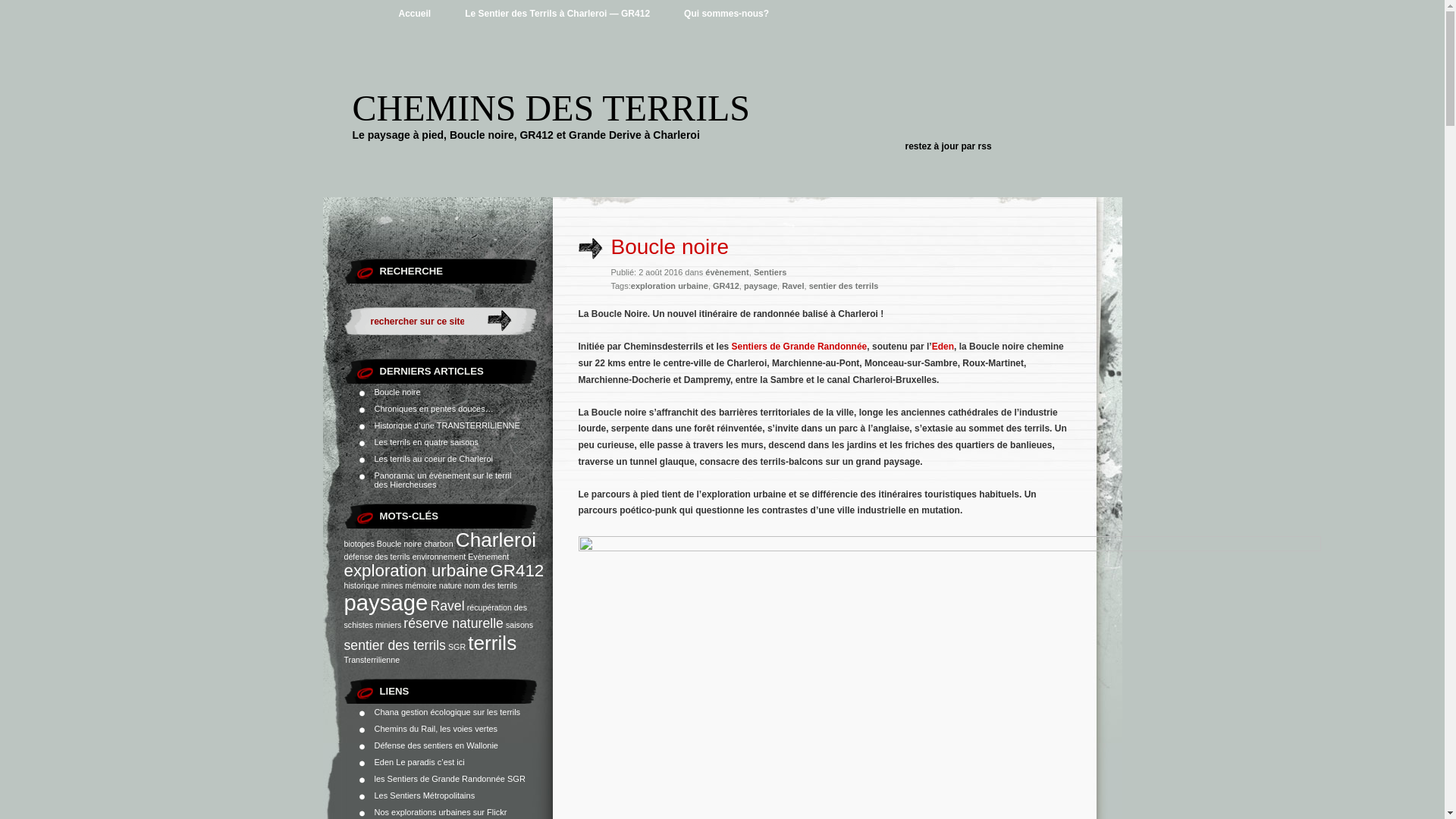 The image size is (1456, 819). I want to click on 'historique', so click(360, 584).